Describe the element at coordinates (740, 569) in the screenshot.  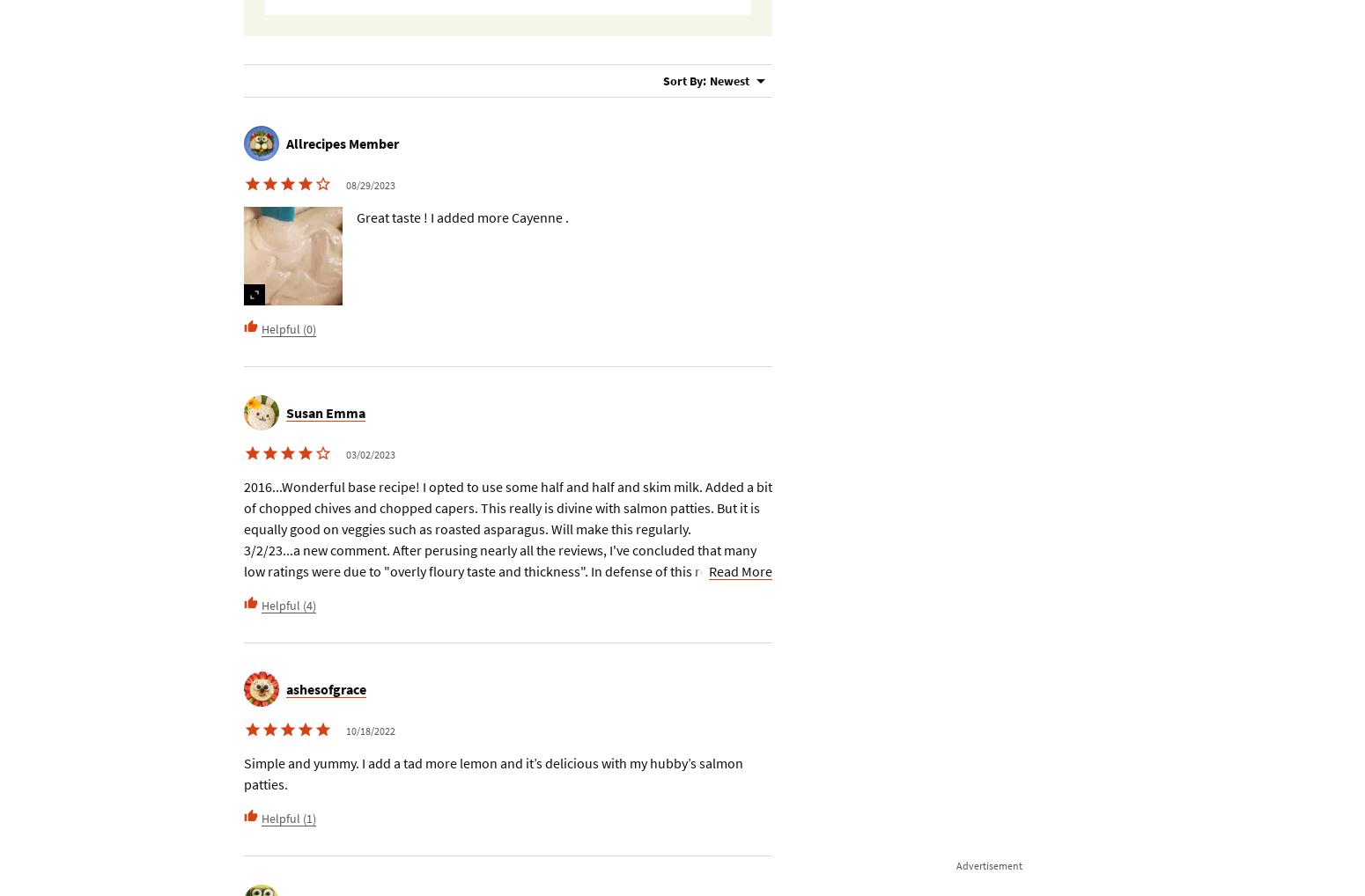
I see `'Read More'` at that location.